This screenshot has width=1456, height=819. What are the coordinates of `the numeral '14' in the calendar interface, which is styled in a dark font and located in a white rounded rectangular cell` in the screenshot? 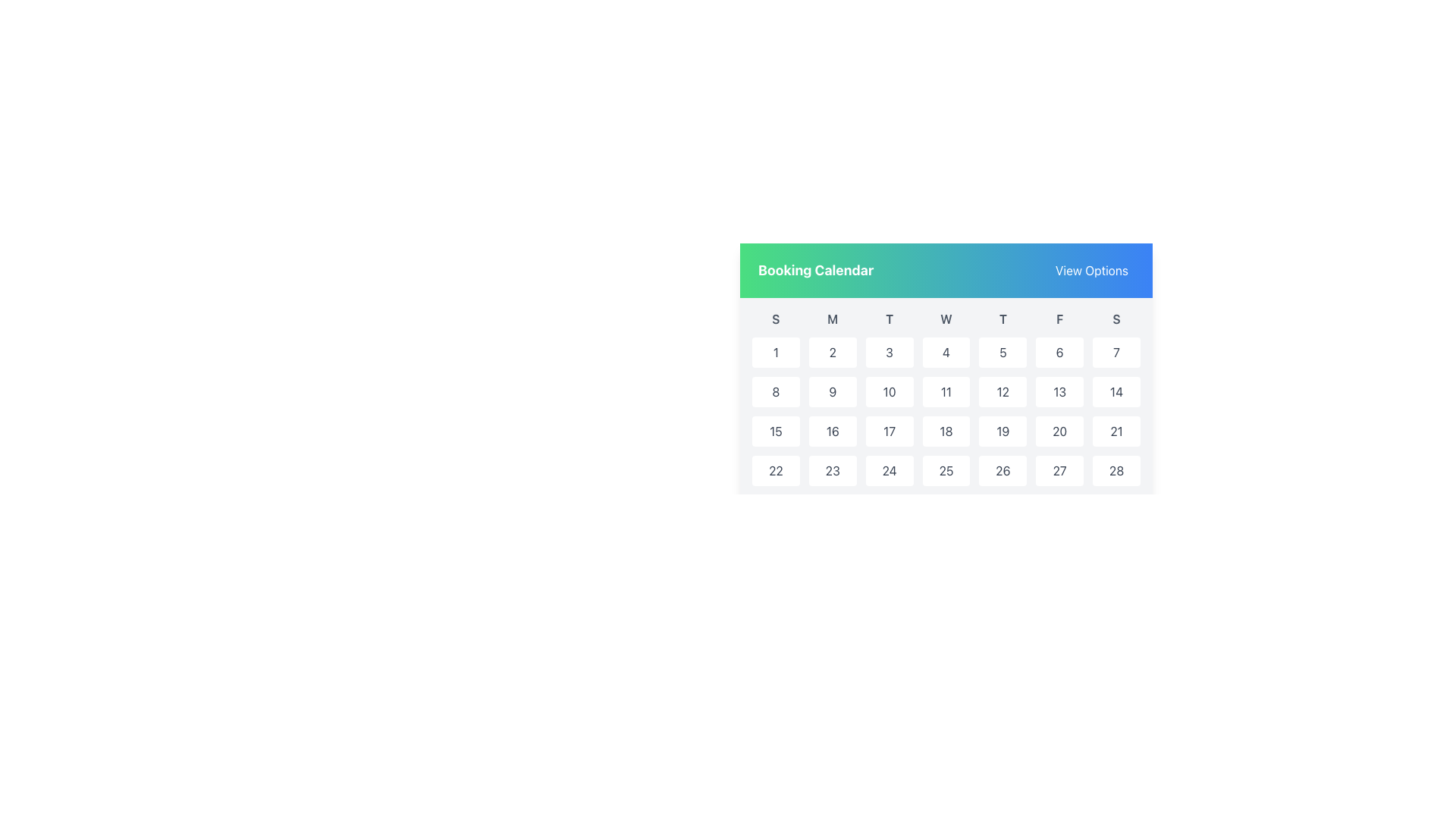 It's located at (1116, 391).